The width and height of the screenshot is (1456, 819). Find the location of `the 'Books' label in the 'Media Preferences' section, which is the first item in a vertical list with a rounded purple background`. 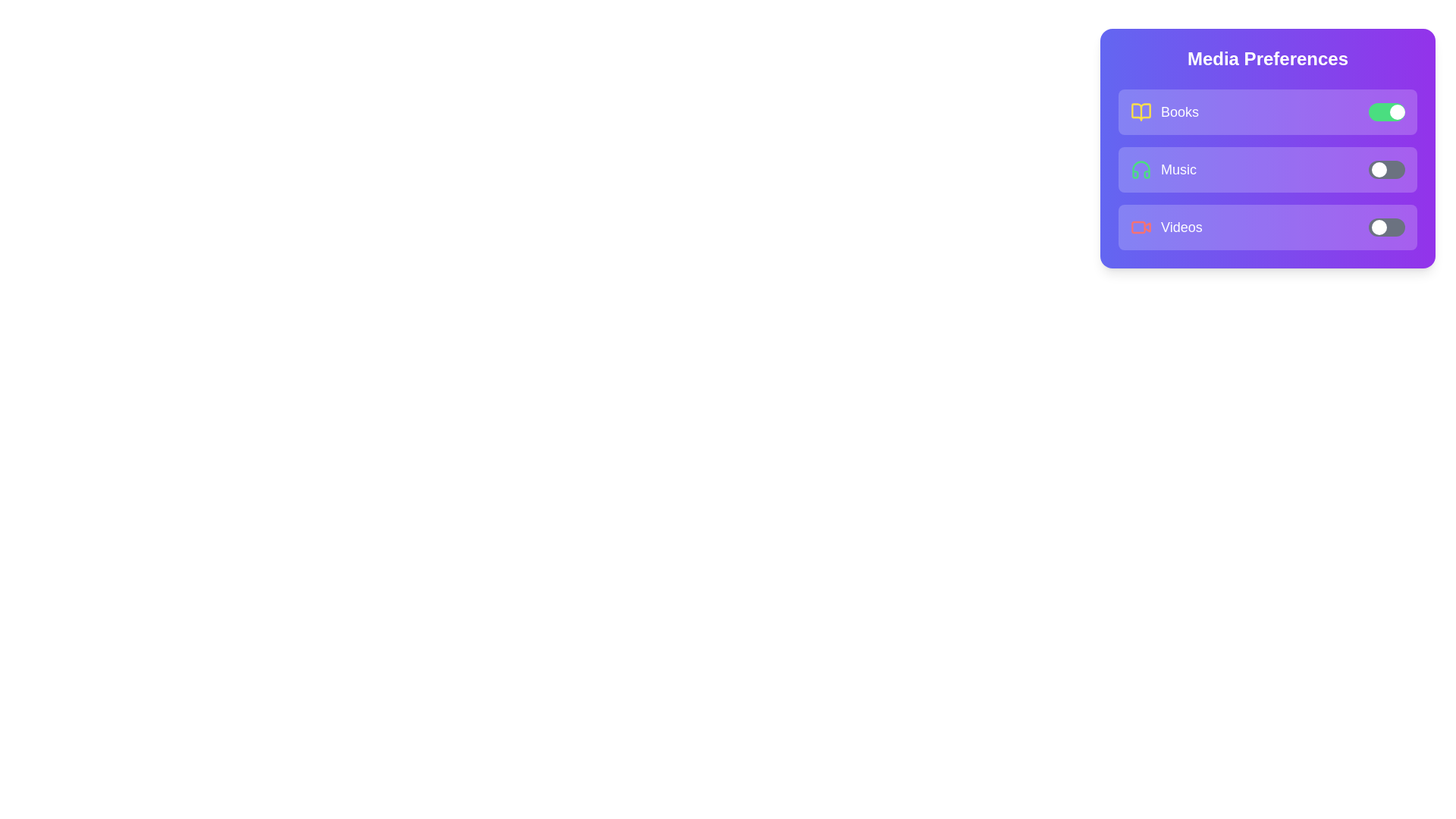

the 'Books' label in the 'Media Preferences' section, which is the first item in a vertical list with a rounded purple background is located at coordinates (1164, 111).